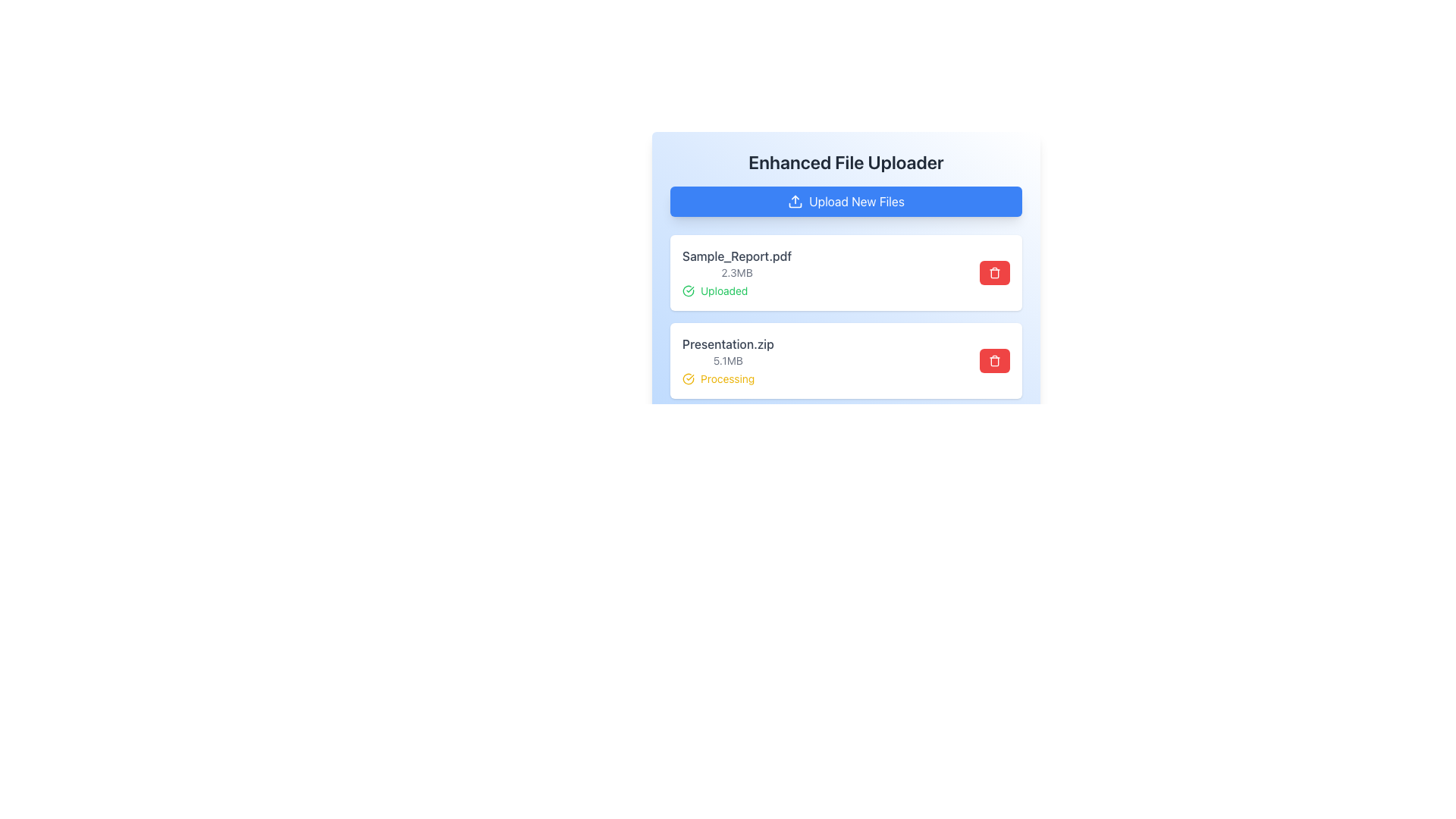  What do you see at coordinates (994, 271) in the screenshot?
I see `the delete SVG icon located within the delete button associated with the second file item in the Enhanced File Uploader interface` at bounding box center [994, 271].